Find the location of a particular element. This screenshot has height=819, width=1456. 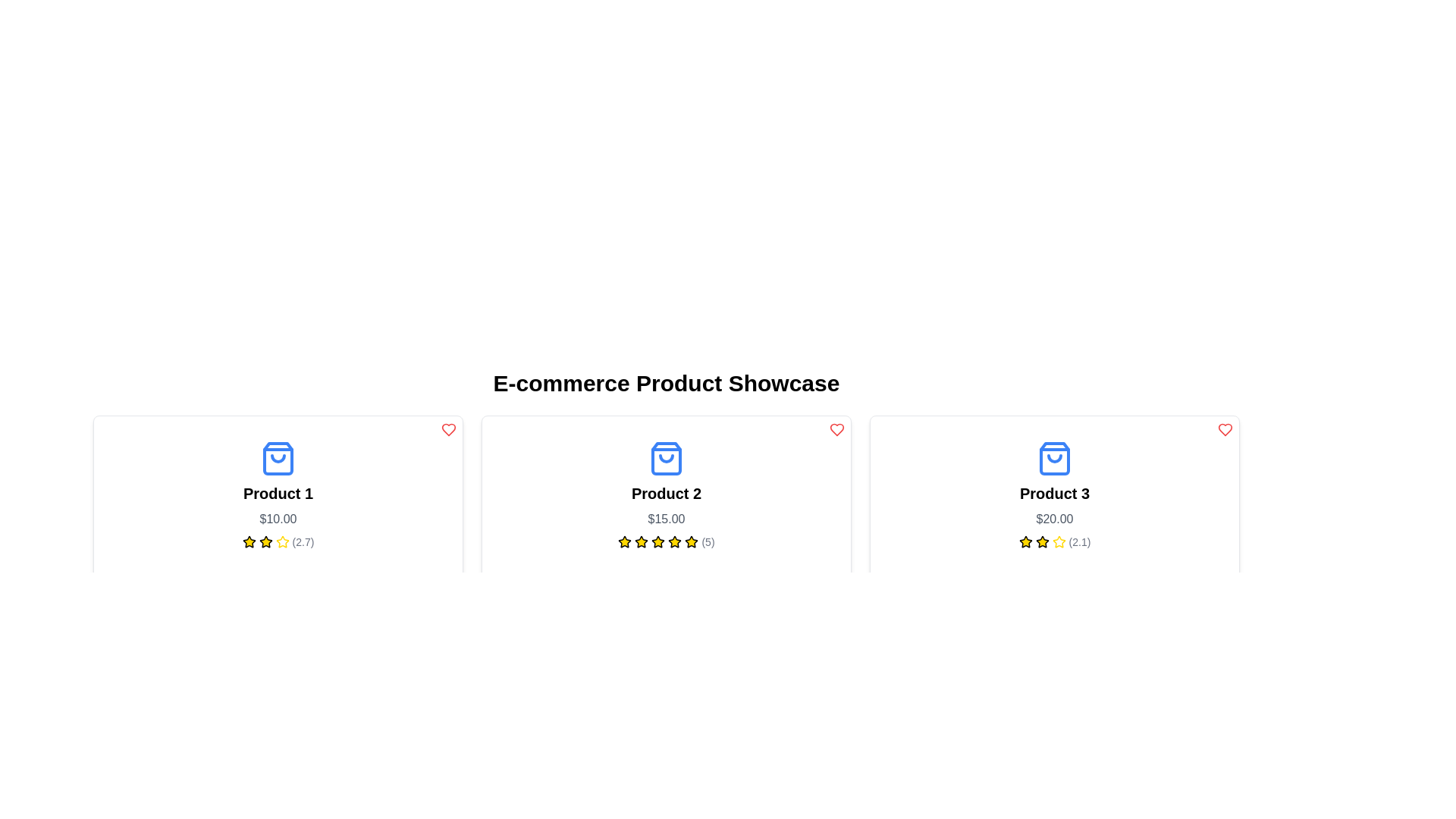

the third yellow star icon in the rating system for 'Product 2' to trigger tooltip or highlight effects is located at coordinates (691, 541).